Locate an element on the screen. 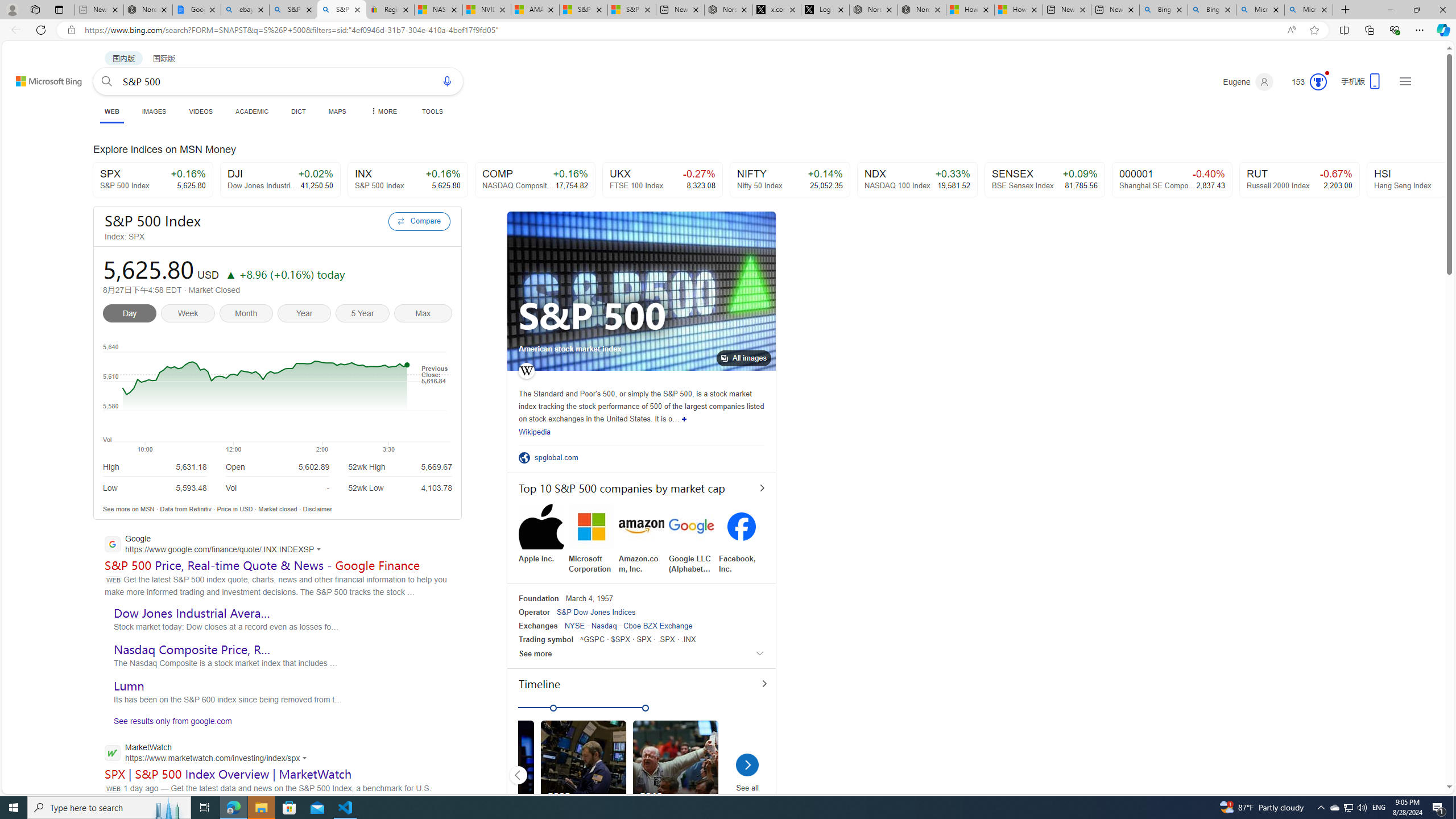 The height and width of the screenshot is (819, 1456). 'Nasdaq' is located at coordinates (603, 625).